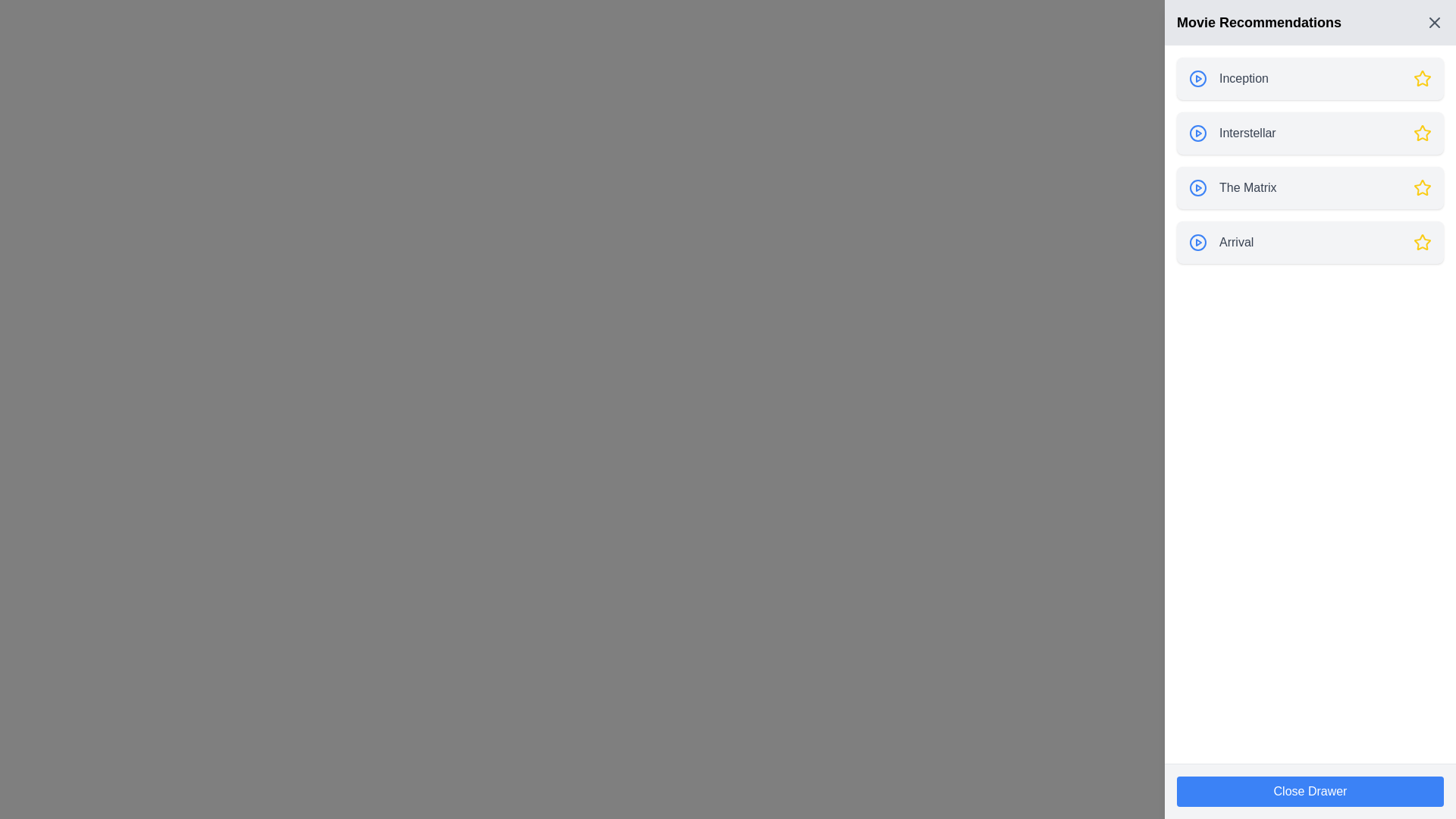 This screenshot has height=819, width=1456. Describe the element at coordinates (1197, 187) in the screenshot. I see `the play button for 'The Matrix', located at the leftmost position of the recommendations row` at that location.